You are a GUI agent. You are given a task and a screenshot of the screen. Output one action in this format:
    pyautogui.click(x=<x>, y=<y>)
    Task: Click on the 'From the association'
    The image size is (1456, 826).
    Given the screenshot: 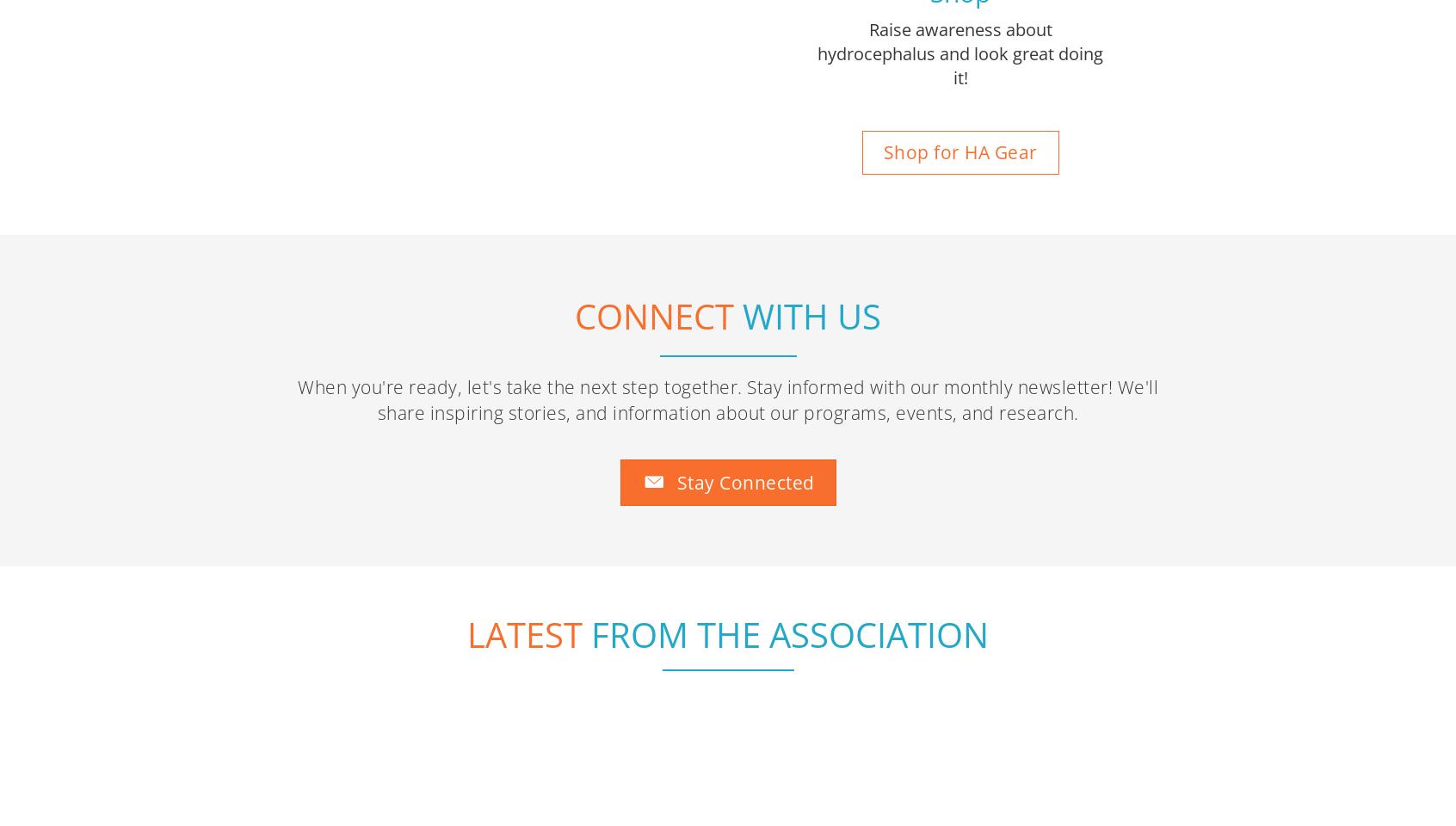 What is the action you would take?
    pyautogui.click(x=790, y=413)
    